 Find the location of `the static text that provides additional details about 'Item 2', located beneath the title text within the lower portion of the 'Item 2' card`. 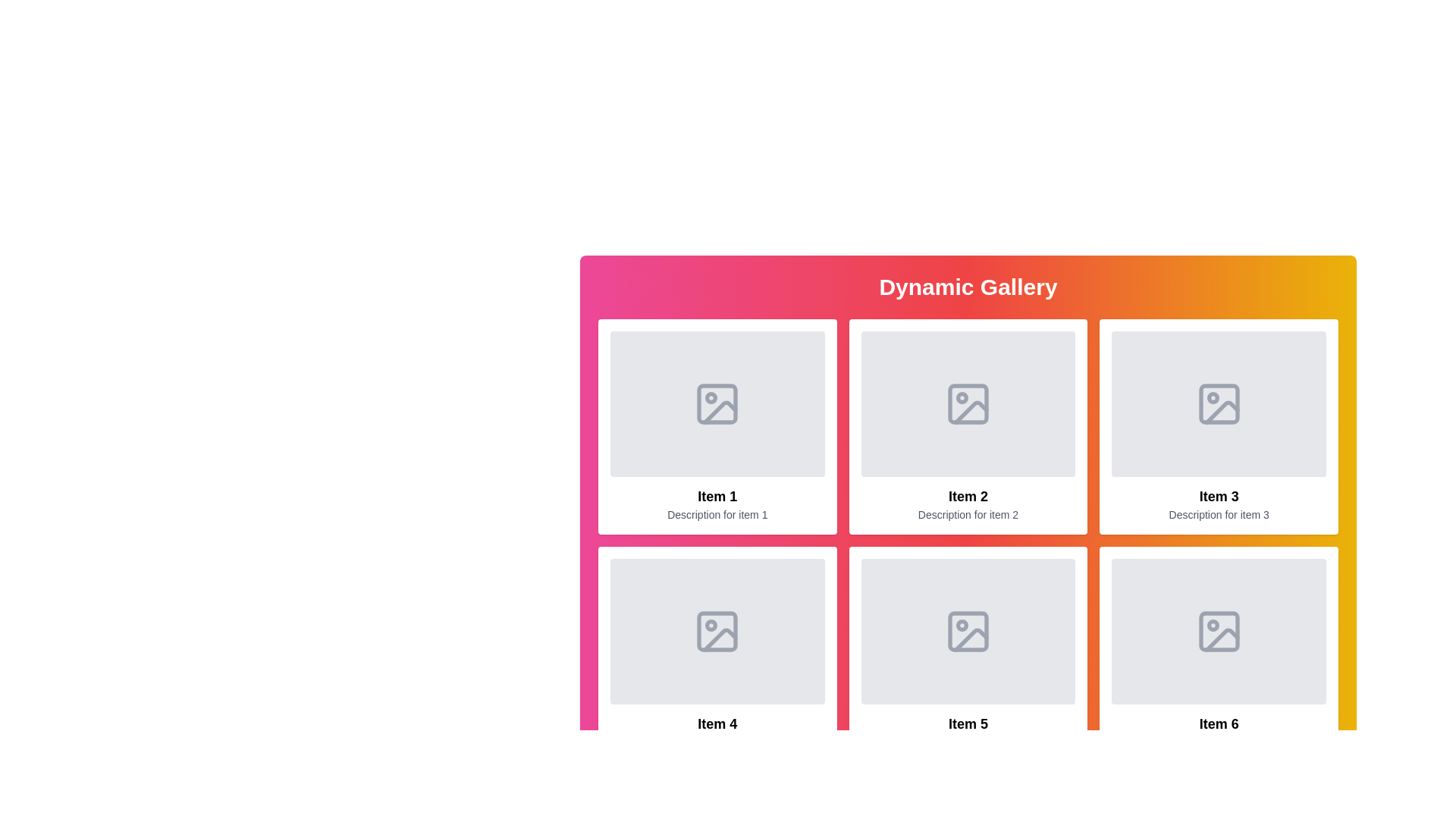

the static text that provides additional details about 'Item 2', located beneath the title text within the lower portion of the 'Item 2' card is located at coordinates (967, 513).